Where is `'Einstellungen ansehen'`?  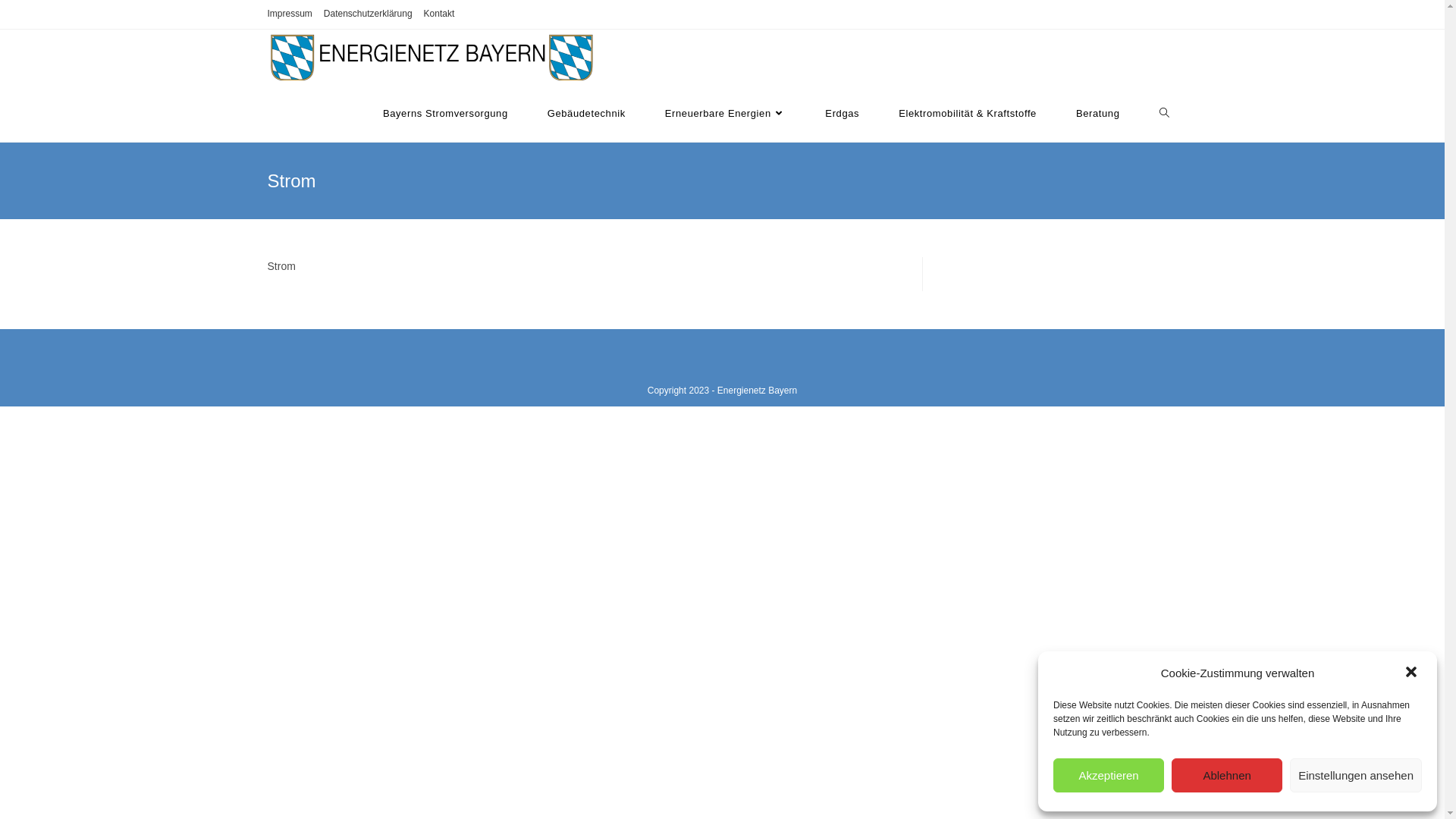 'Einstellungen ansehen' is located at coordinates (1356, 775).